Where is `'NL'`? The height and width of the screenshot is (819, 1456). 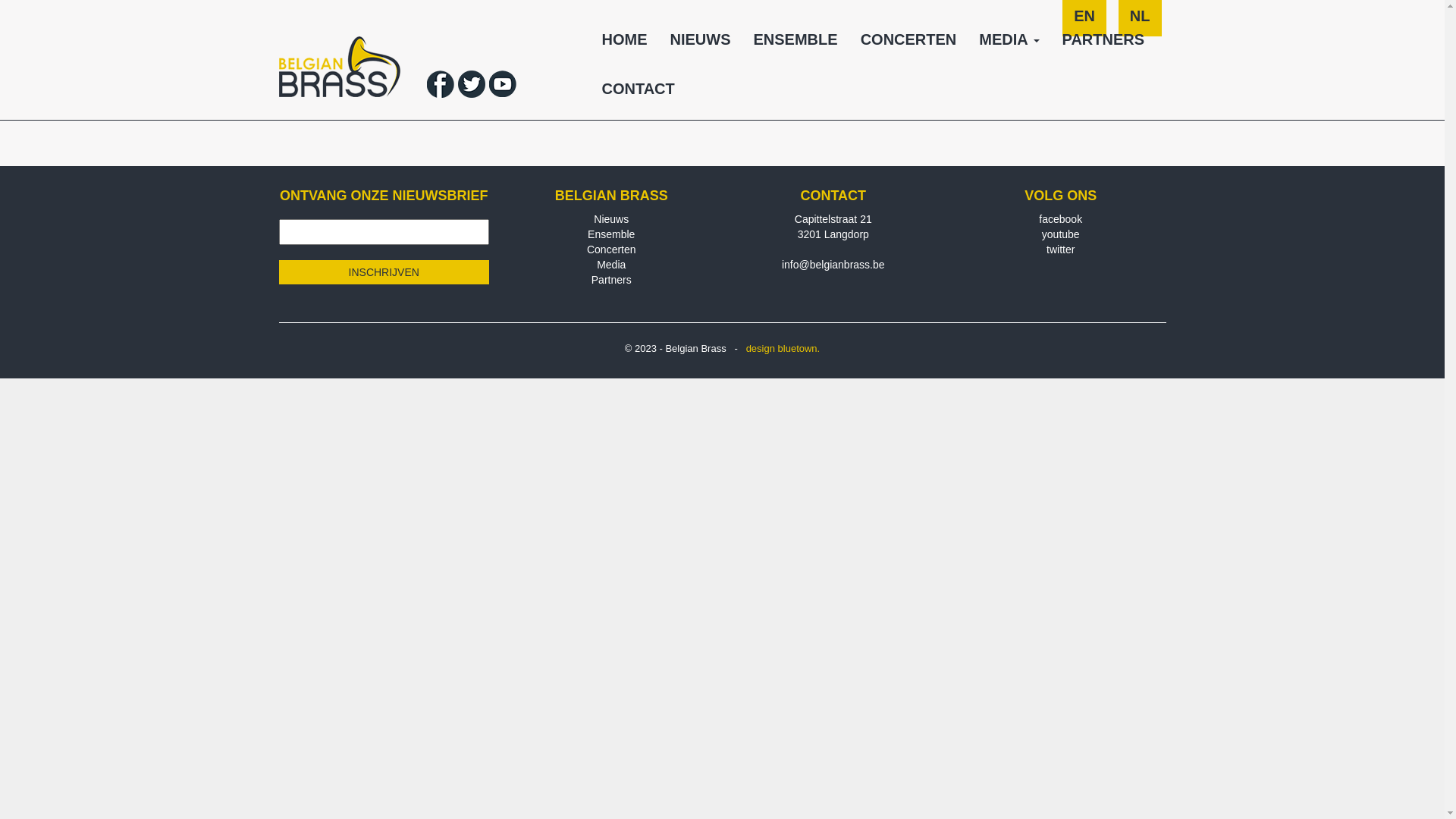 'NL' is located at coordinates (1140, 23).